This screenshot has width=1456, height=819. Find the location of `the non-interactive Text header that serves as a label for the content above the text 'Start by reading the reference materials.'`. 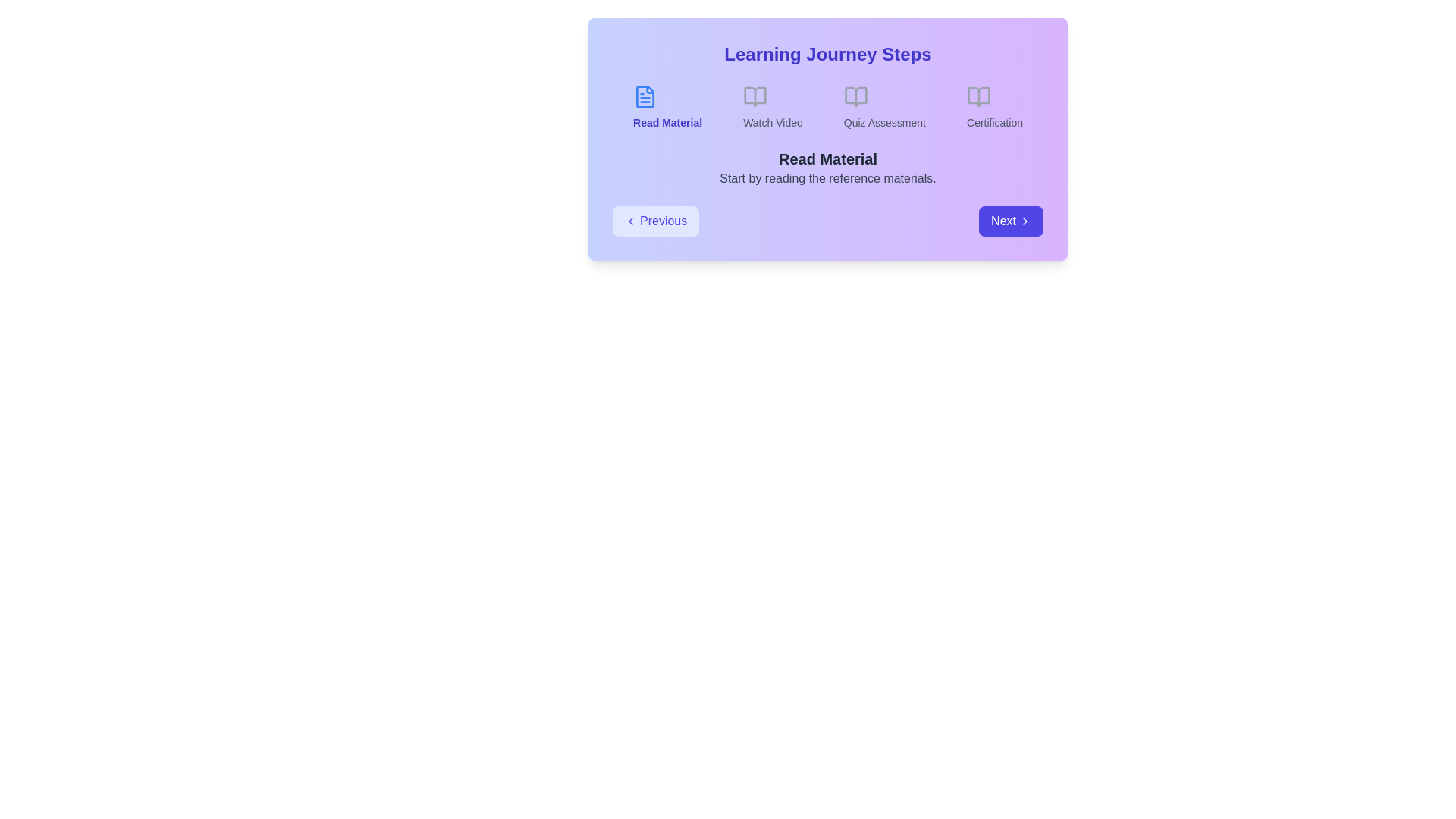

the non-interactive Text header that serves as a label for the content above the text 'Start by reading the reference materials.' is located at coordinates (827, 158).